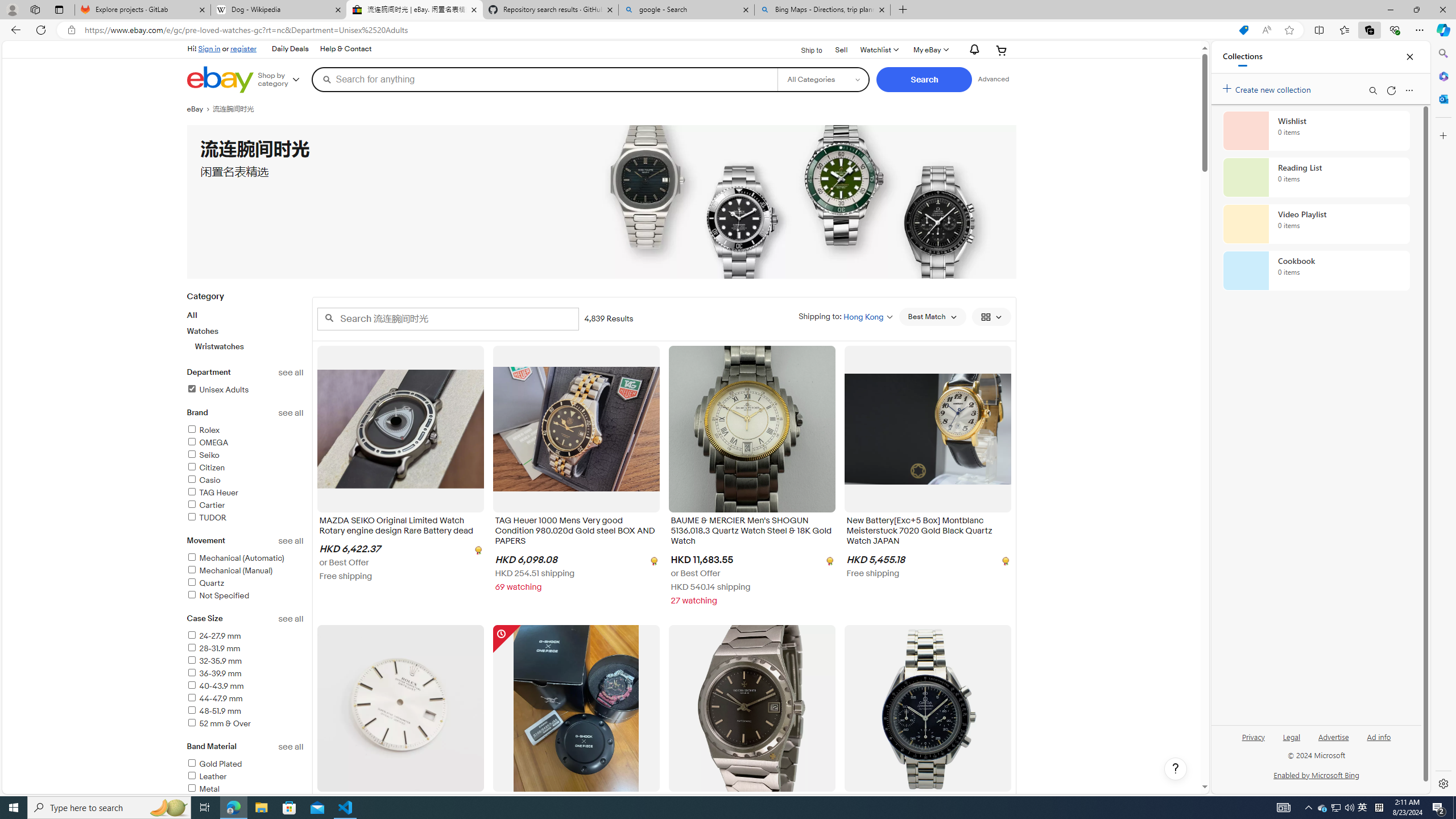  What do you see at coordinates (245, 471) in the screenshot?
I see `'Brandsee allRolexOMEGASeikoCitizenCasioTAG HeuerCartierTUDOR'` at bounding box center [245, 471].